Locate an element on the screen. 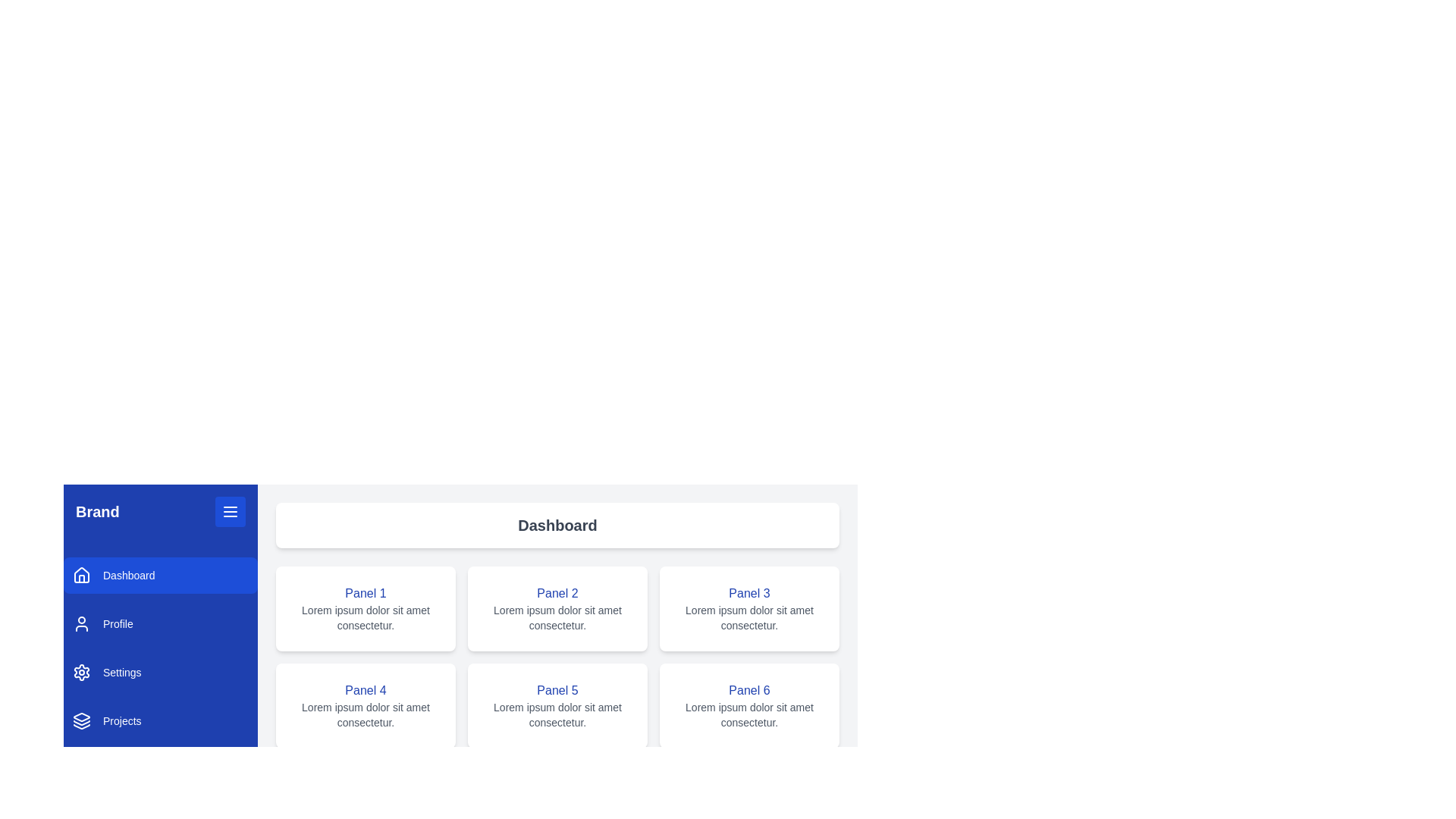 This screenshot has height=819, width=1456. the sixth panel located in the bottom-right corner of the grid layout, which is directly to the right of 'Panel 5' is located at coordinates (749, 705).